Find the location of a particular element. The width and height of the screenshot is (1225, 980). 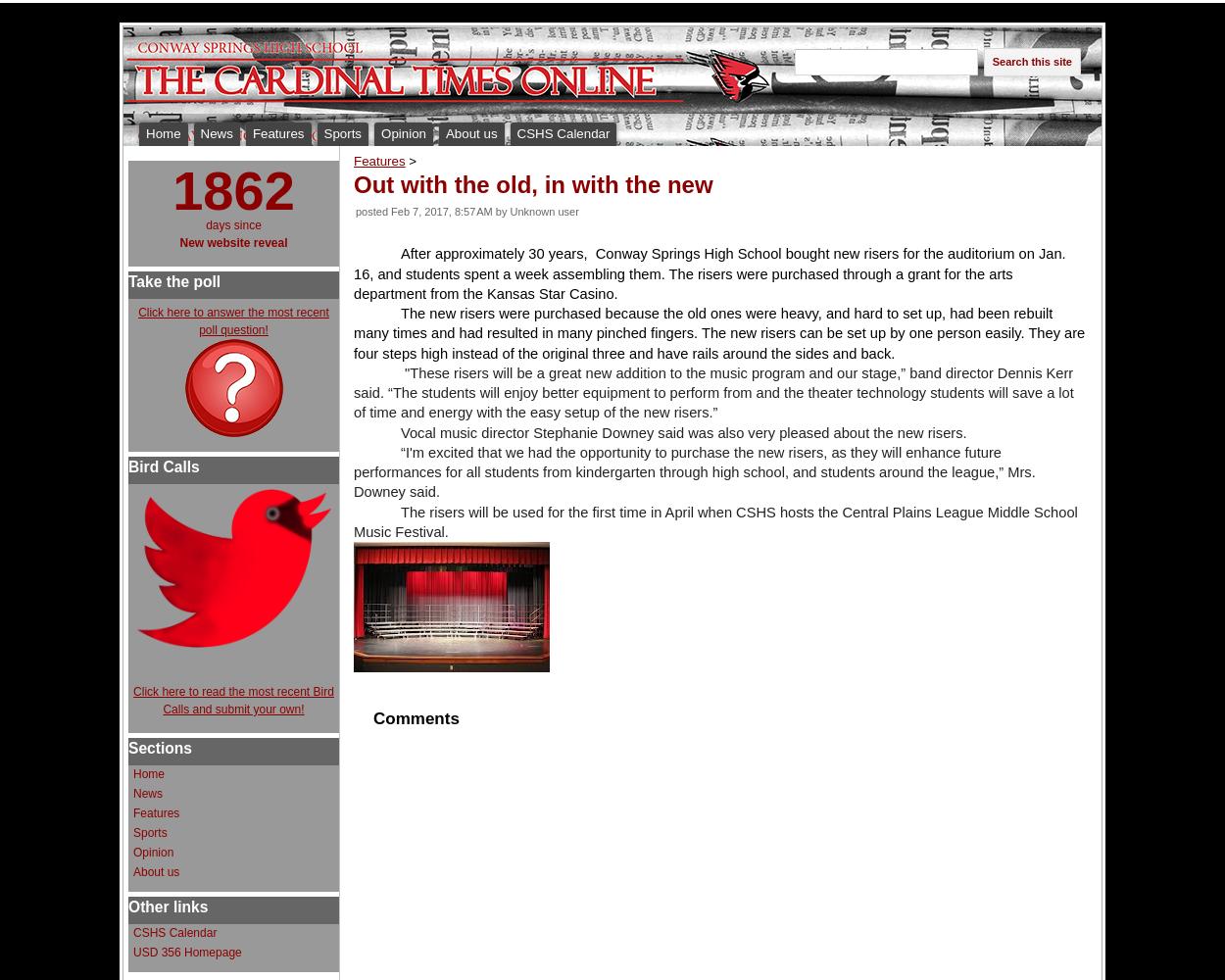

'Bird Calls' is located at coordinates (164, 465).